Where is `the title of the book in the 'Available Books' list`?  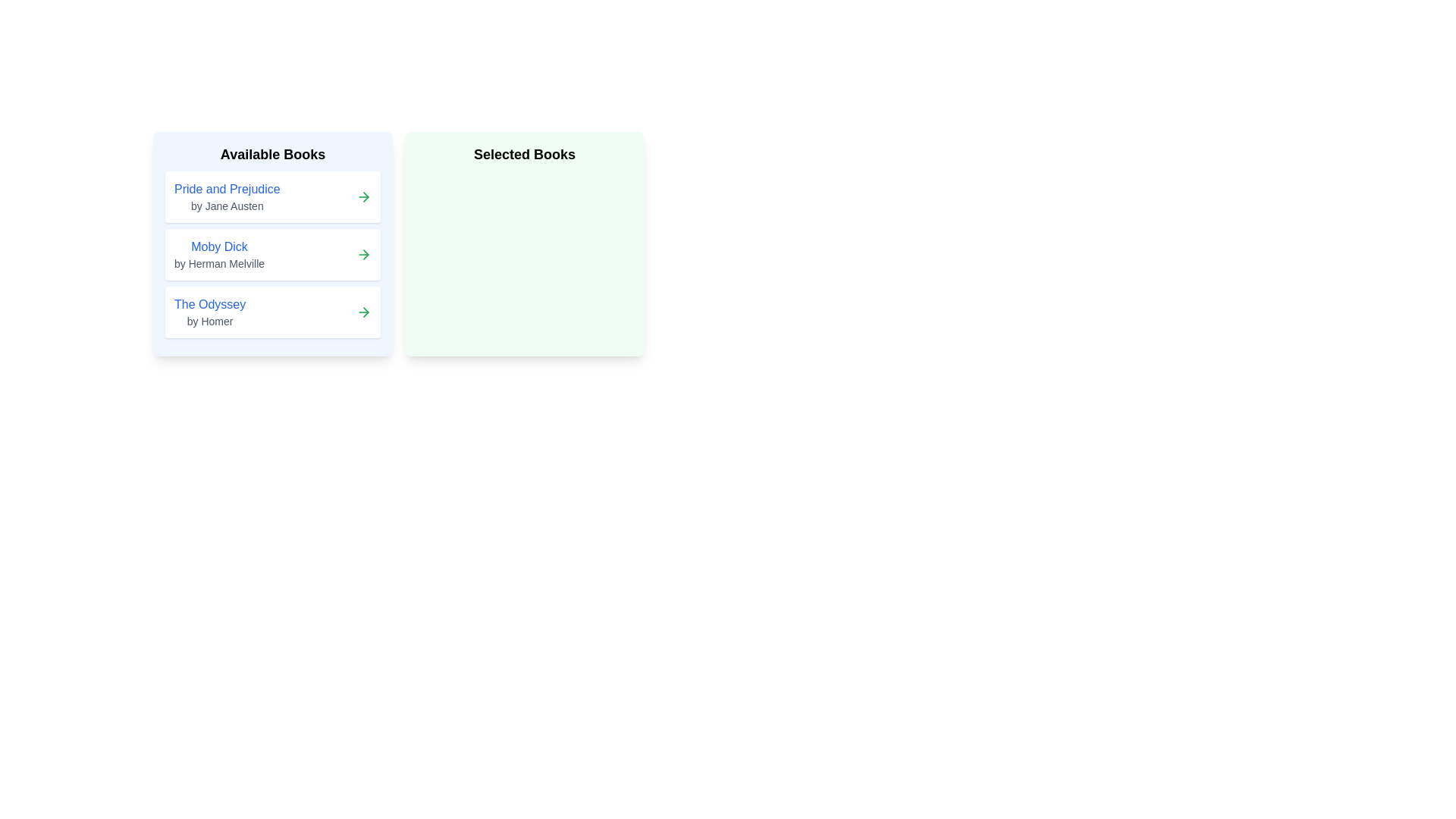 the title of the book in the 'Available Books' list is located at coordinates (226, 189).